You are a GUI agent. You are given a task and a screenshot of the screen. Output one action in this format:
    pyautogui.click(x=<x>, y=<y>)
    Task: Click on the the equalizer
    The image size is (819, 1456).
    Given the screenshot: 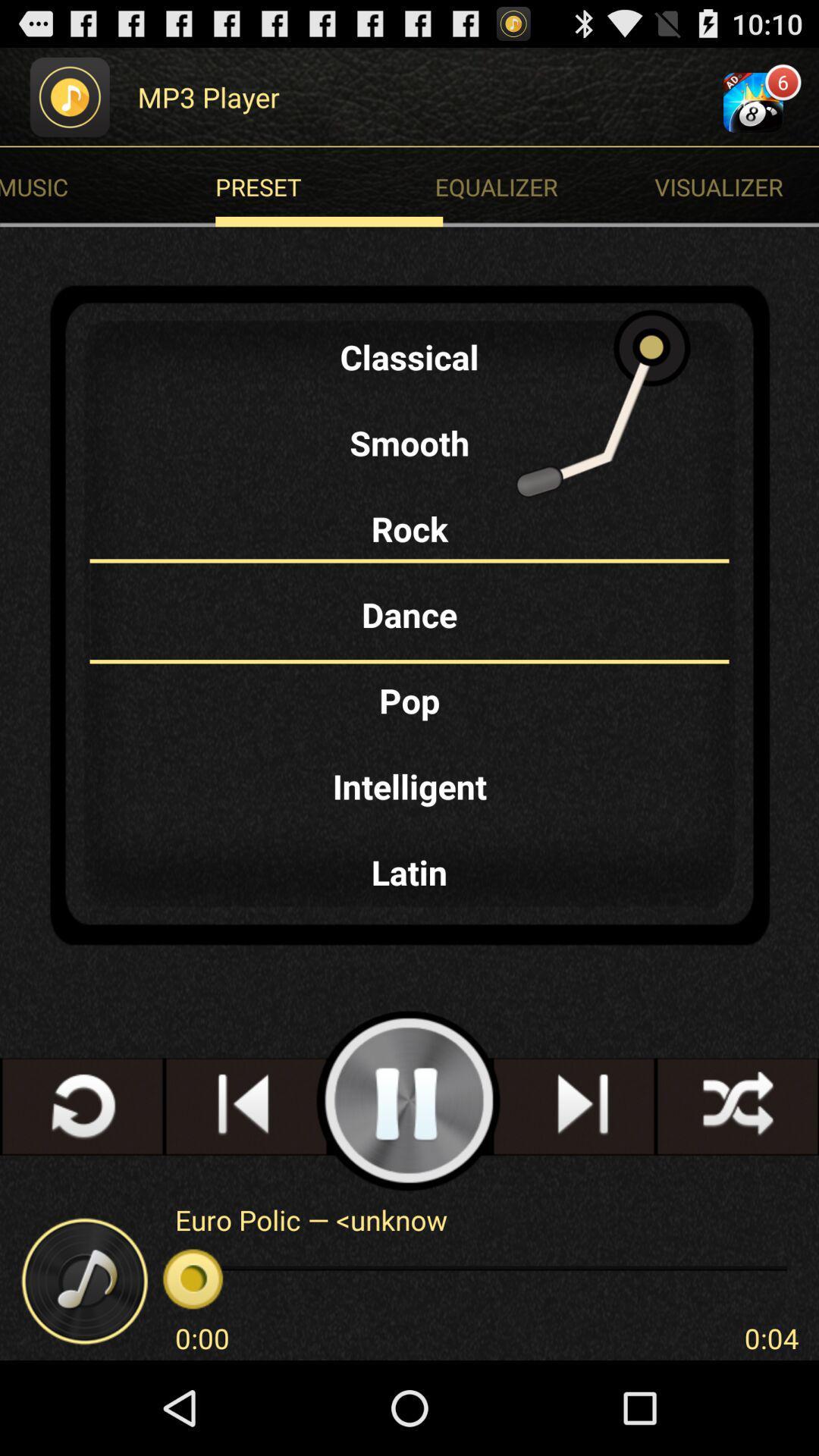 What is the action you would take?
    pyautogui.click(x=548, y=186)
    